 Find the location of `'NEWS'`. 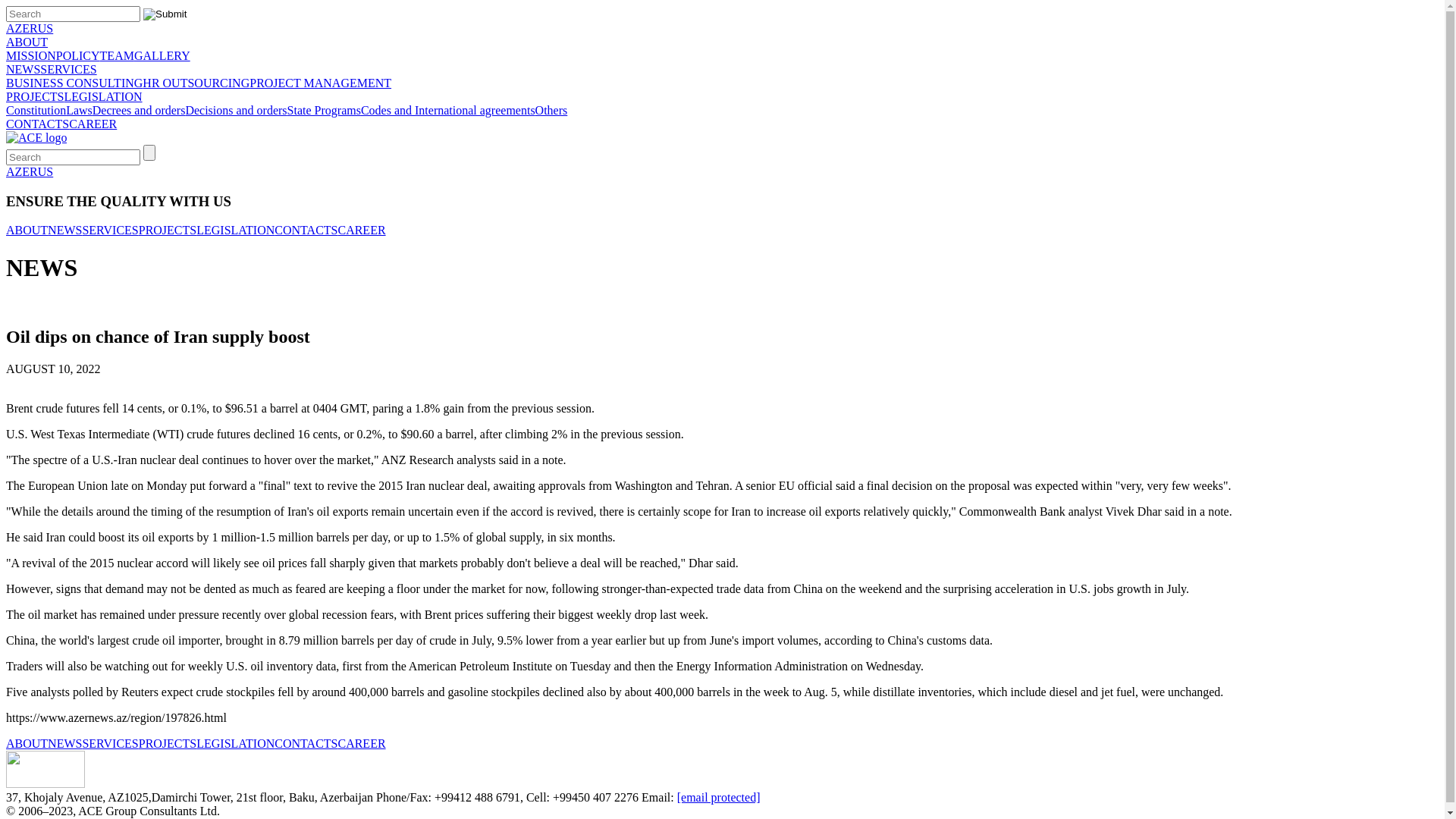

'NEWS' is located at coordinates (23, 69).